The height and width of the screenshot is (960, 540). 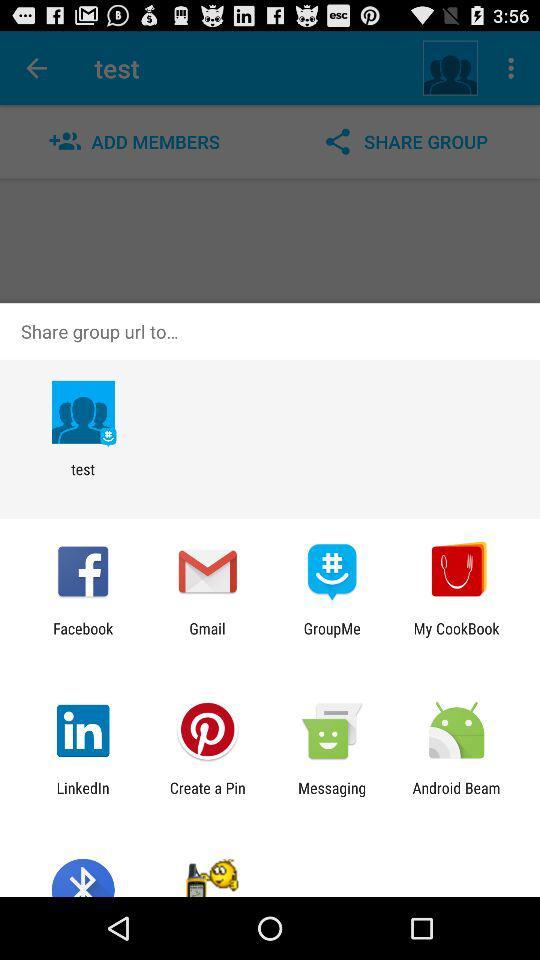 What do you see at coordinates (206, 636) in the screenshot?
I see `gmail icon` at bounding box center [206, 636].